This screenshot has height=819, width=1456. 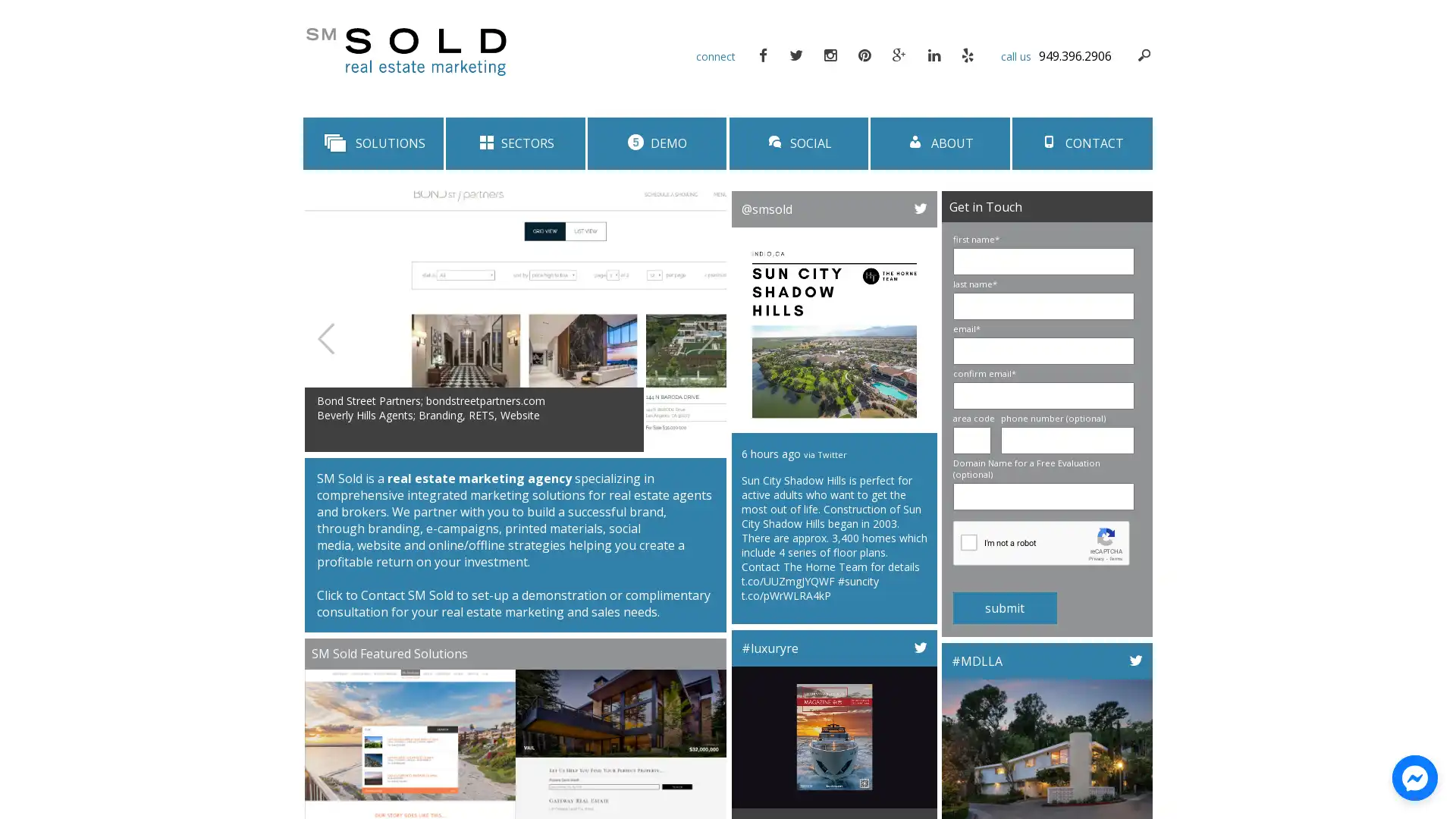 I want to click on submit, so click(x=1004, y=607).